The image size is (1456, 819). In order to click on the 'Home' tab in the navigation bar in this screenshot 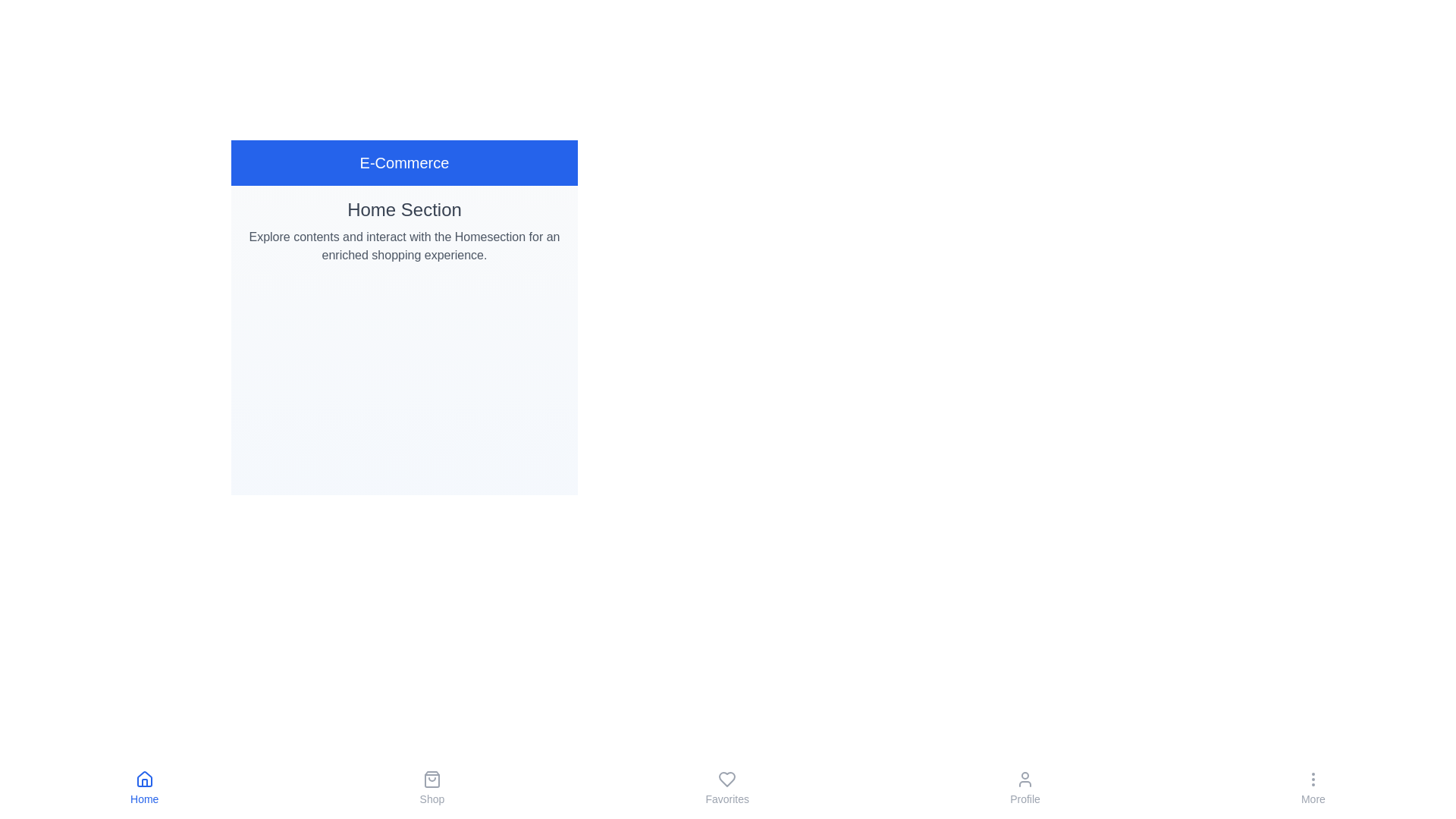, I will do `click(144, 788)`.